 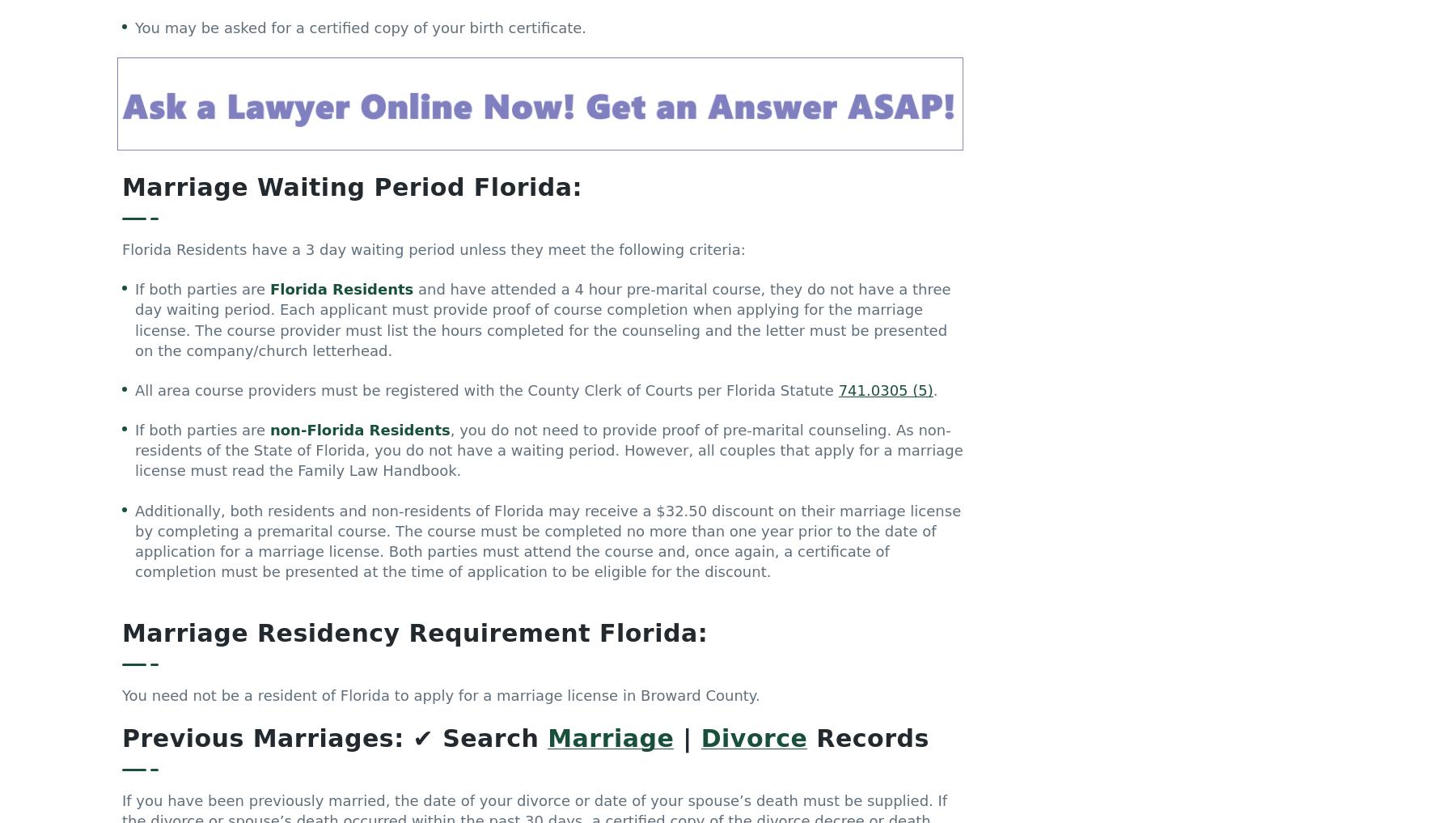 What do you see at coordinates (440, 700) in the screenshot?
I see `'You need not be a resident of Florida to apply for a marriage license in Broward County.'` at bounding box center [440, 700].